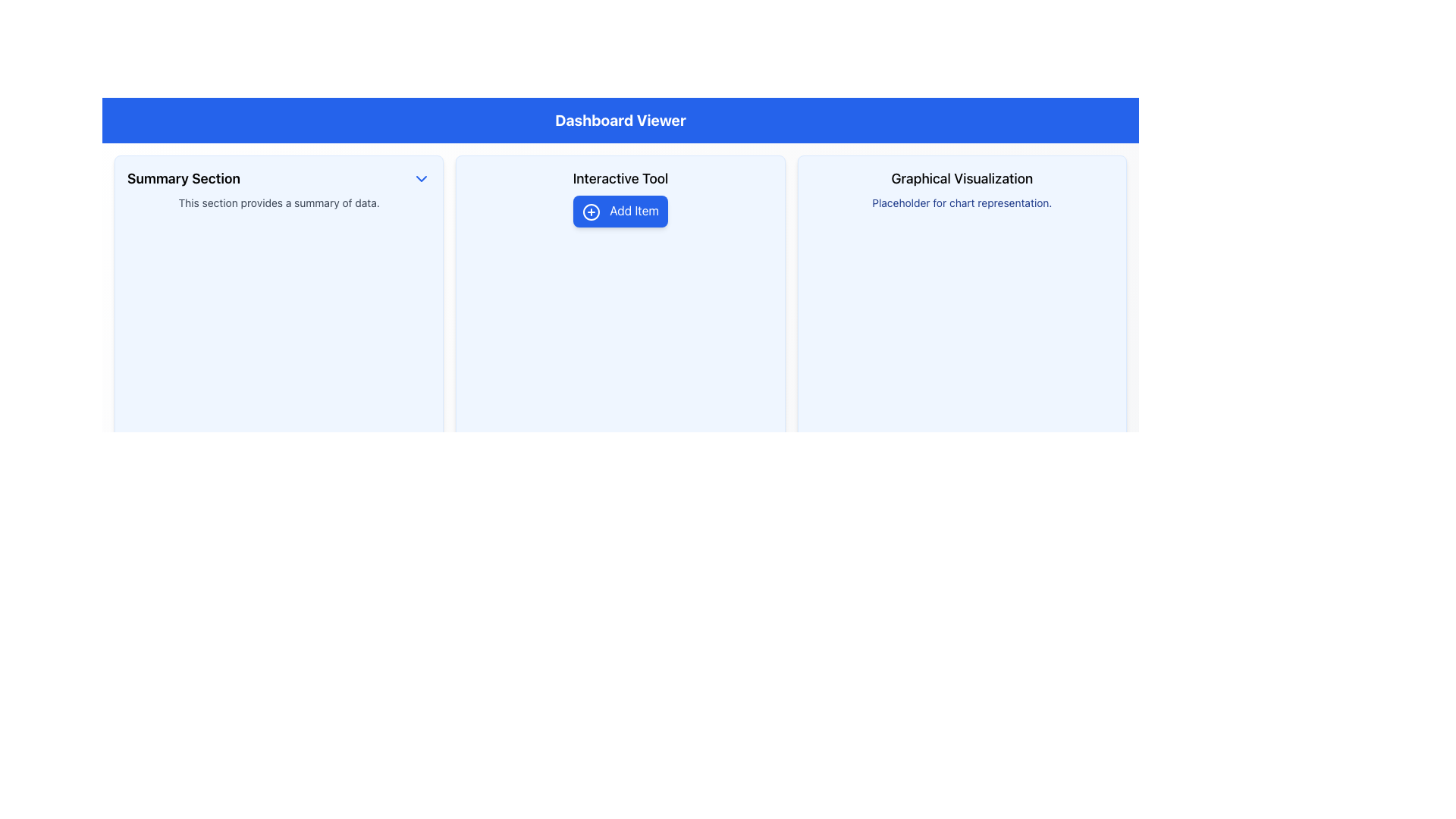 The image size is (1456, 819). Describe the element at coordinates (183, 177) in the screenshot. I see `the bold, large-font text label displaying 'Summary Section', which is positioned in the top-left area of the interface` at that location.